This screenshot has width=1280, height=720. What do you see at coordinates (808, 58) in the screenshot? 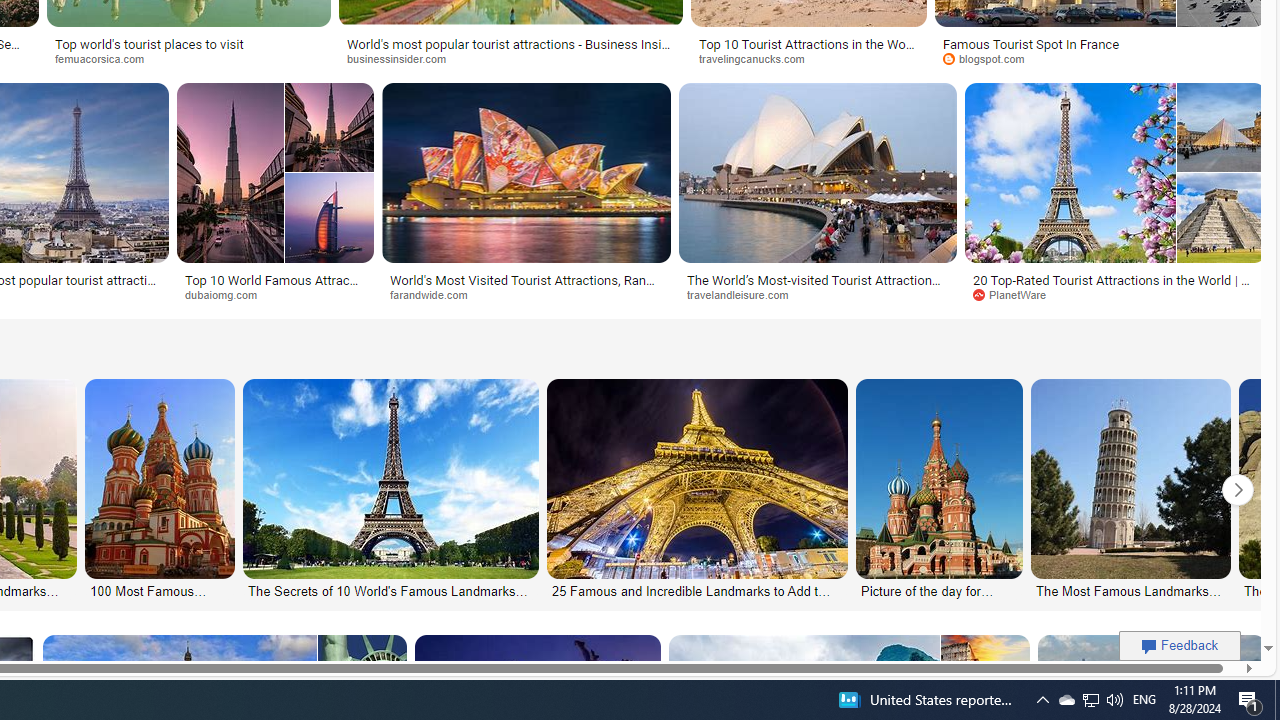
I see `'travelingcanucks.com'` at bounding box center [808, 58].